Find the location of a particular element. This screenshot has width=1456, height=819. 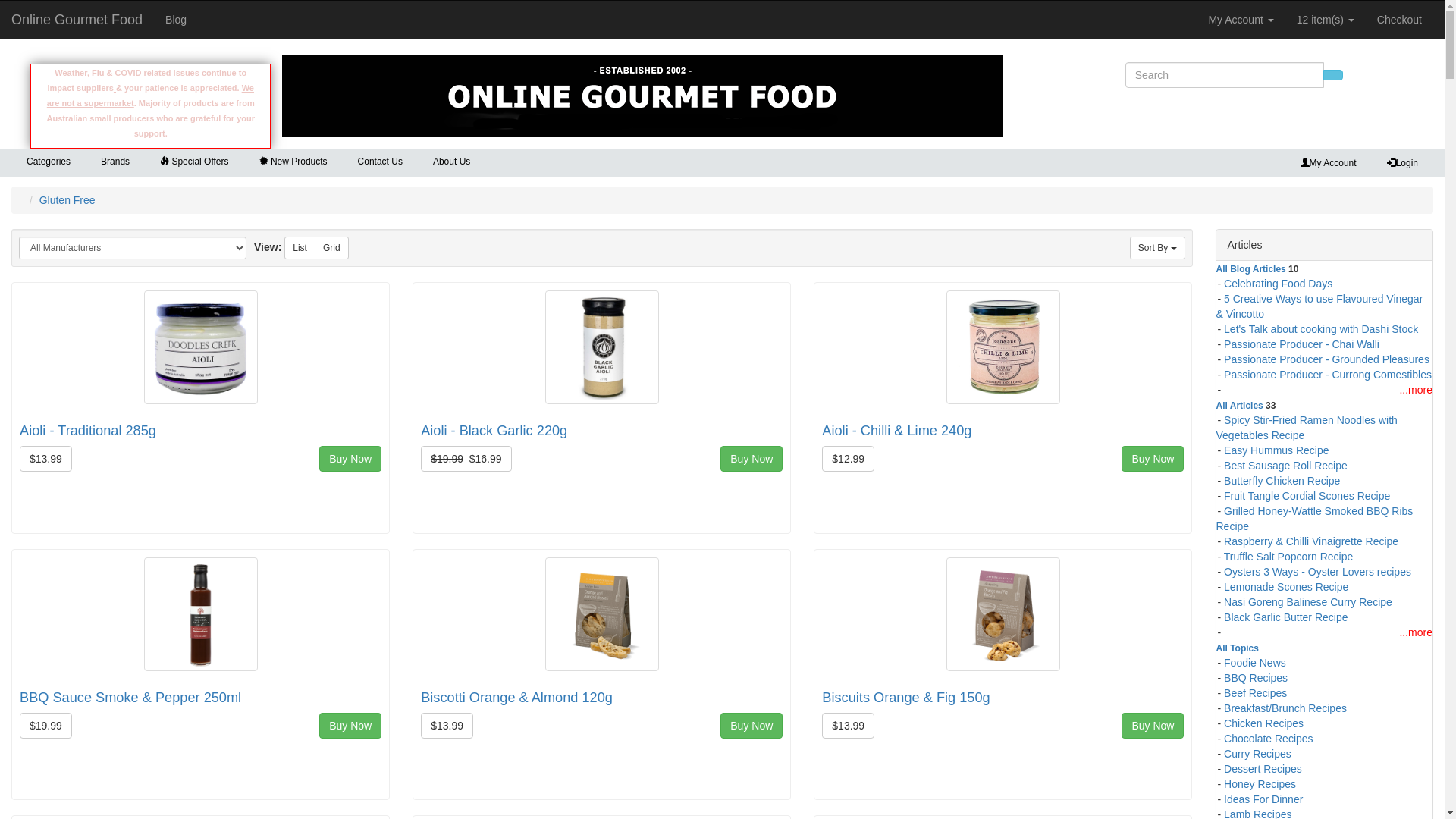

'Nasi Goreng Balinese Curry Recipe' is located at coordinates (1307, 599).